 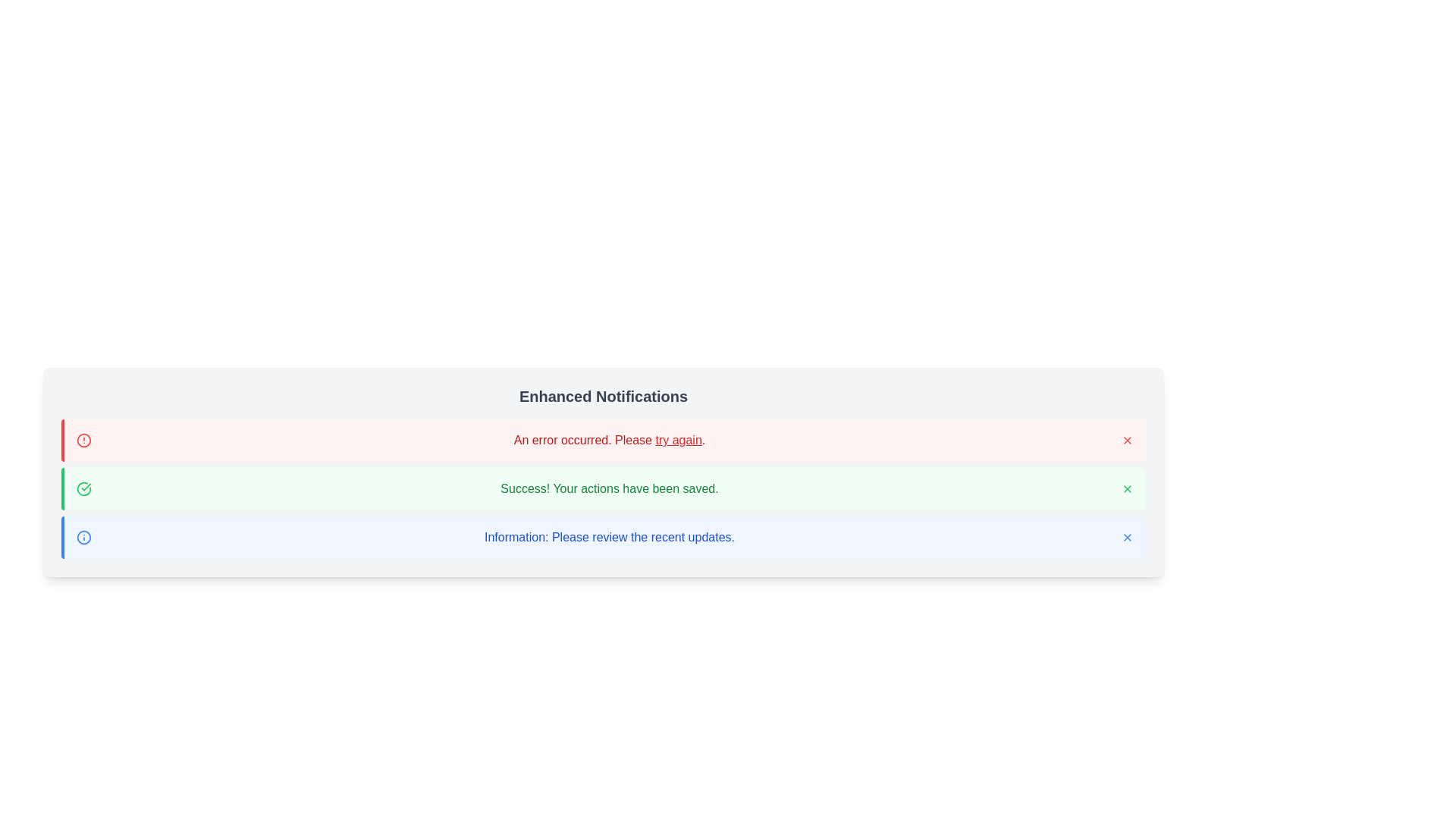 I want to click on the fourth notification box under the 'Enhanced Notifications' header, which serves as an informational message about recent updates, so click(x=603, y=537).